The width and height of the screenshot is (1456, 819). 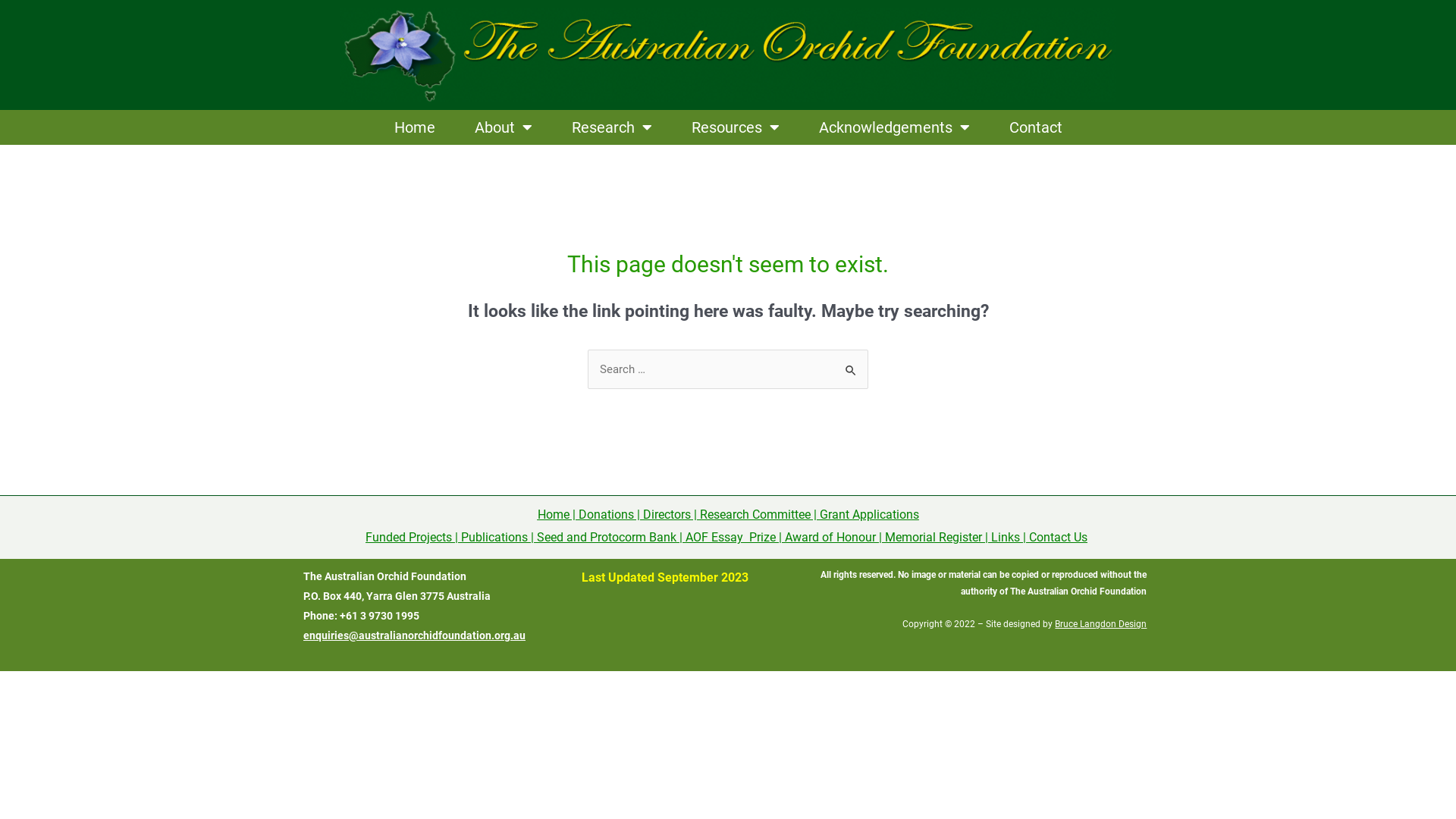 I want to click on 'Research Committee', so click(x=754, y=513).